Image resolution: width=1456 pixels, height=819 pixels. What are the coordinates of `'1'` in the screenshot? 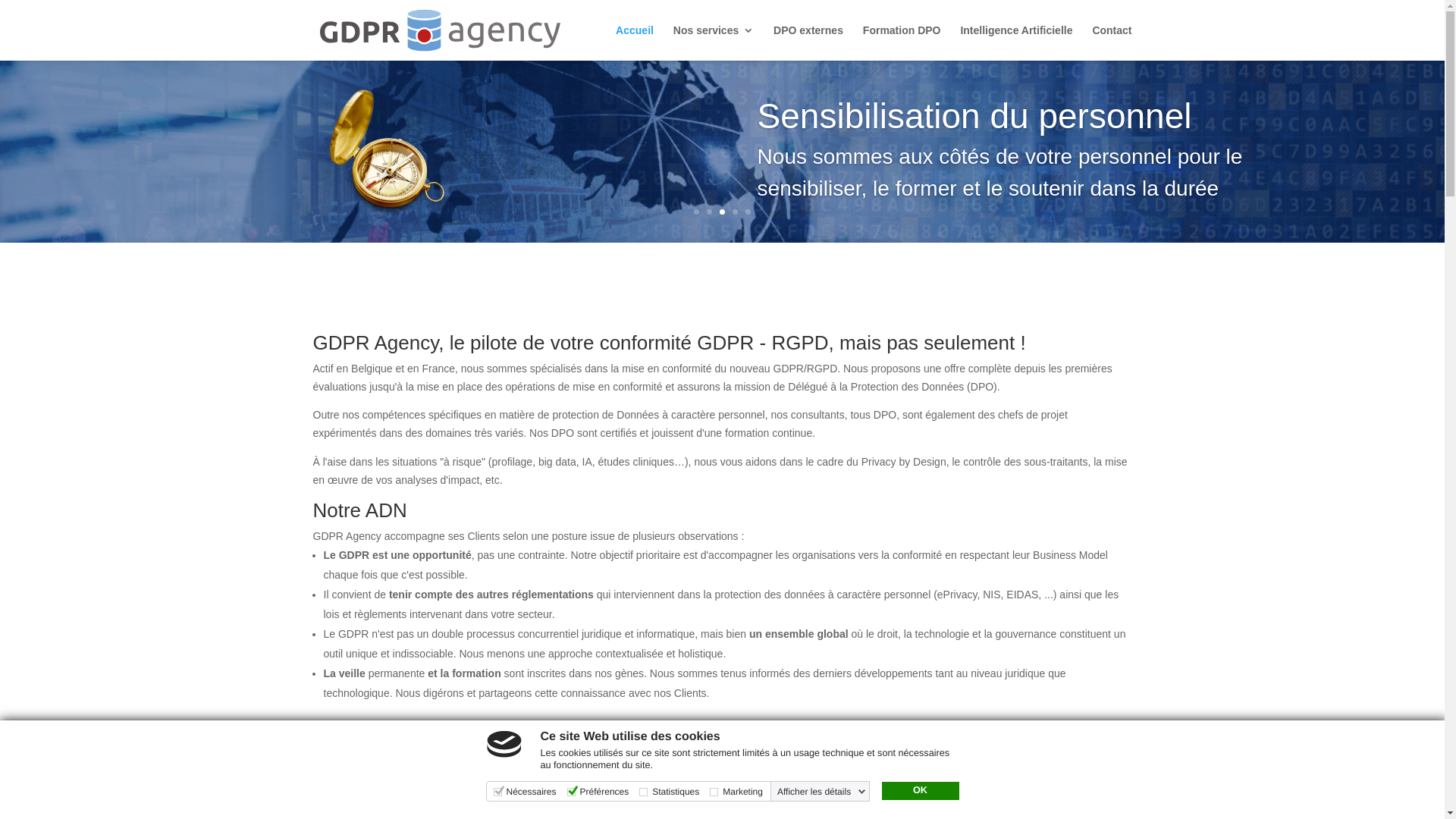 It's located at (695, 212).